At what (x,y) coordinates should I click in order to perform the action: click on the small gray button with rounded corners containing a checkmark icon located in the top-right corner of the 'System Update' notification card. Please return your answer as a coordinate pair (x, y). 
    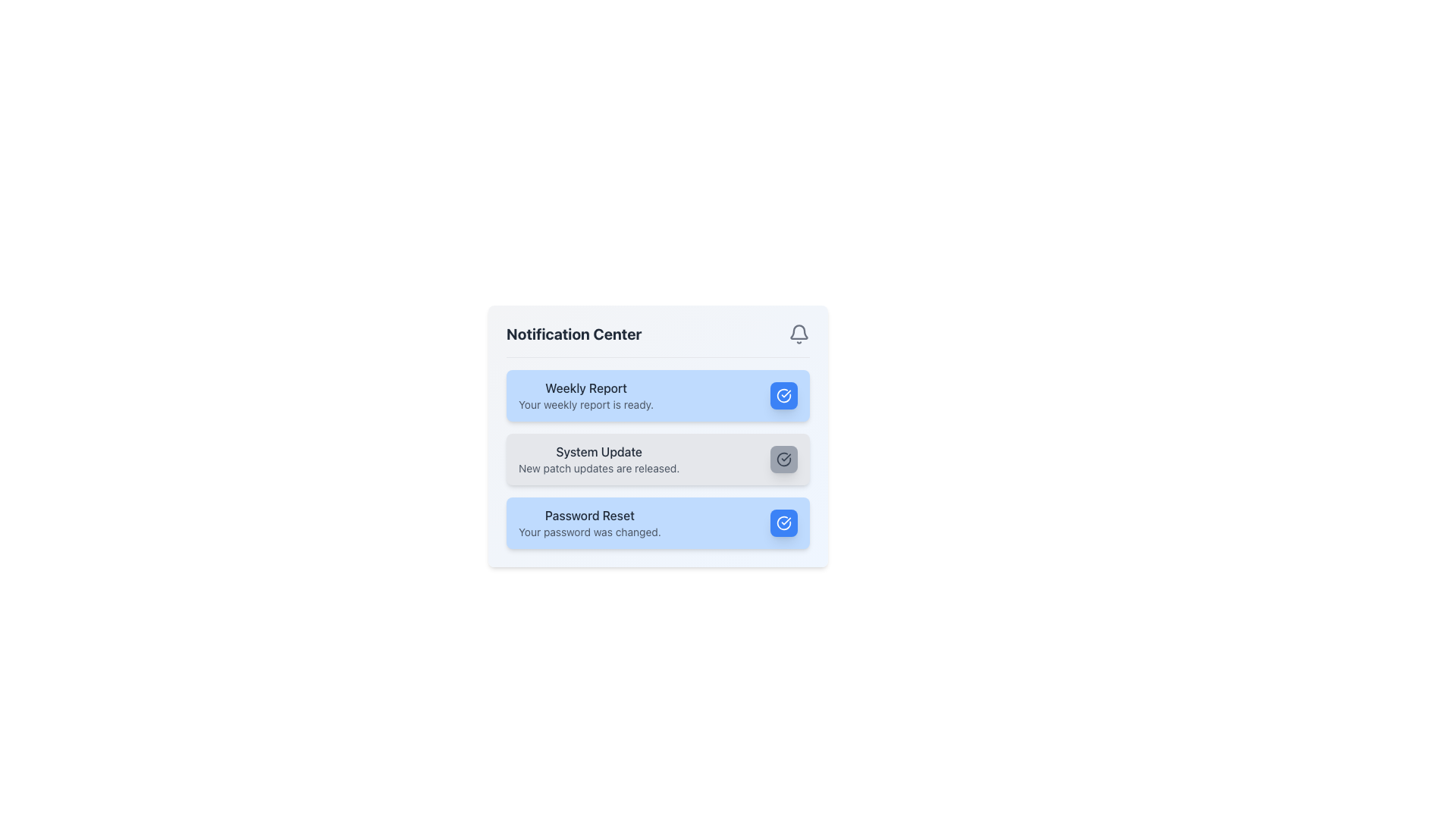
    Looking at the image, I should click on (783, 458).